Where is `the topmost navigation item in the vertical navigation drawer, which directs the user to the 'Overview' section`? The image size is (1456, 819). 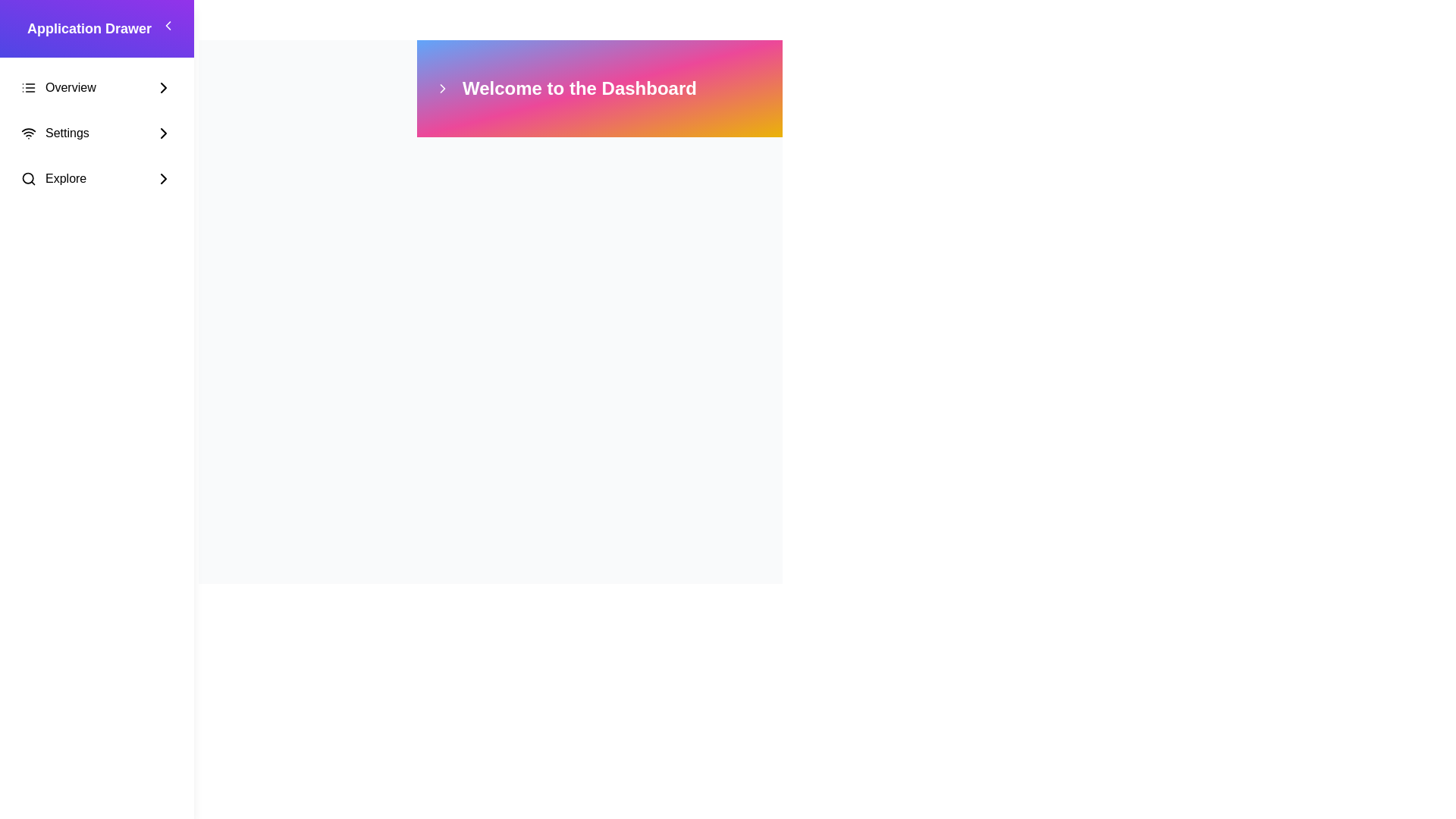 the topmost navigation item in the vertical navigation drawer, which directs the user to the 'Overview' section is located at coordinates (96, 87).